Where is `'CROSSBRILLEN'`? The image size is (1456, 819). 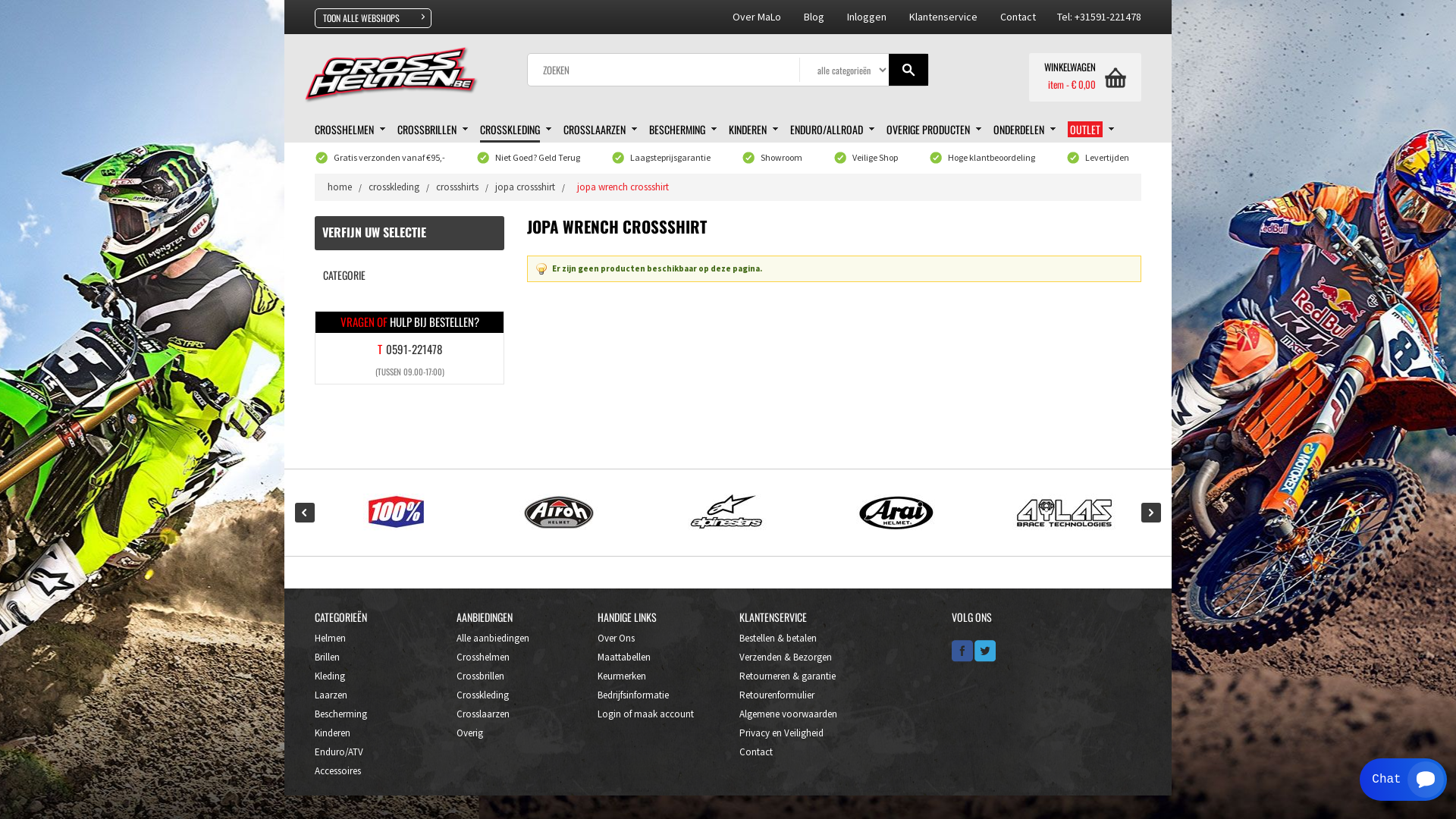
'CROSSBRILLEN' is located at coordinates (431, 128).